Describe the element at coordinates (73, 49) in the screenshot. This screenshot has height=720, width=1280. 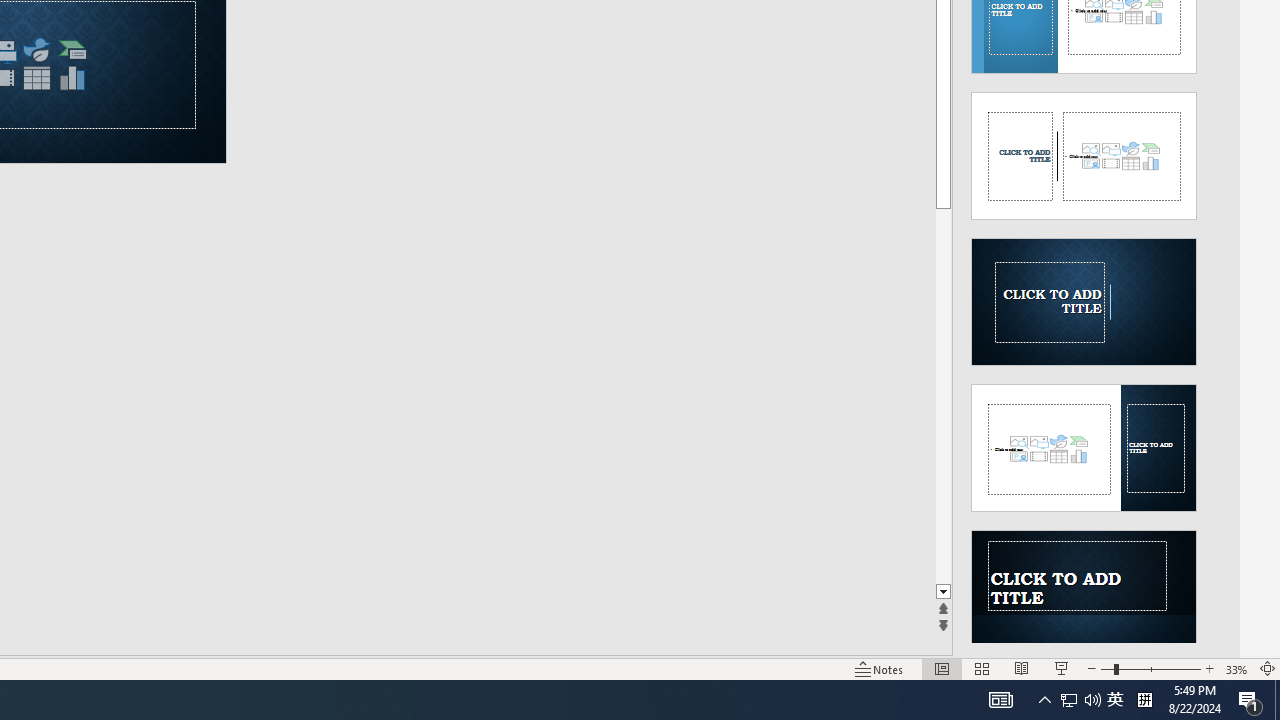
I see `'Insert a SmartArt Graphic'` at that location.